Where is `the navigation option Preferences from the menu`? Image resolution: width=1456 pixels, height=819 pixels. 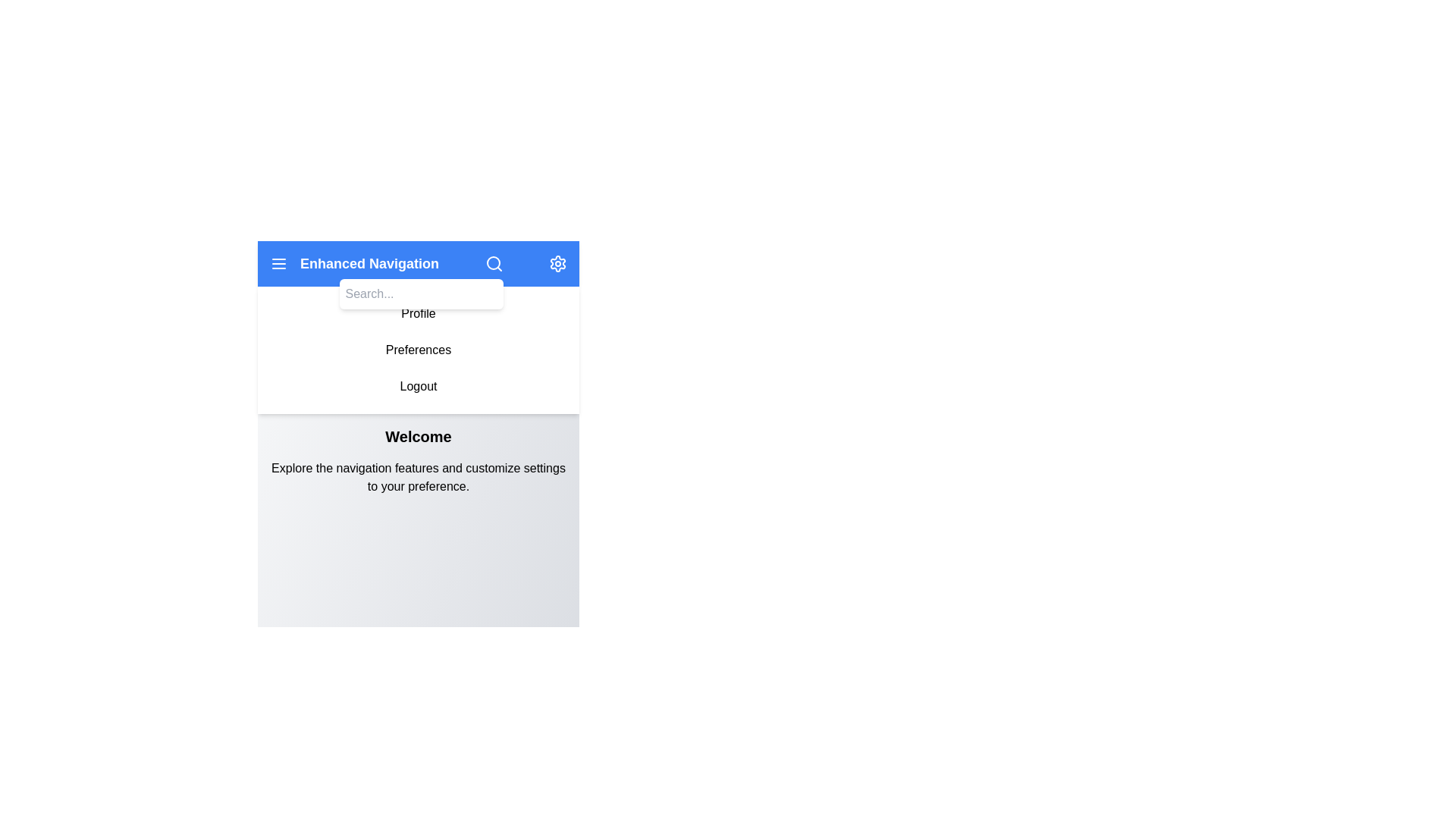
the navigation option Preferences from the menu is located at coordinates (419, 350).